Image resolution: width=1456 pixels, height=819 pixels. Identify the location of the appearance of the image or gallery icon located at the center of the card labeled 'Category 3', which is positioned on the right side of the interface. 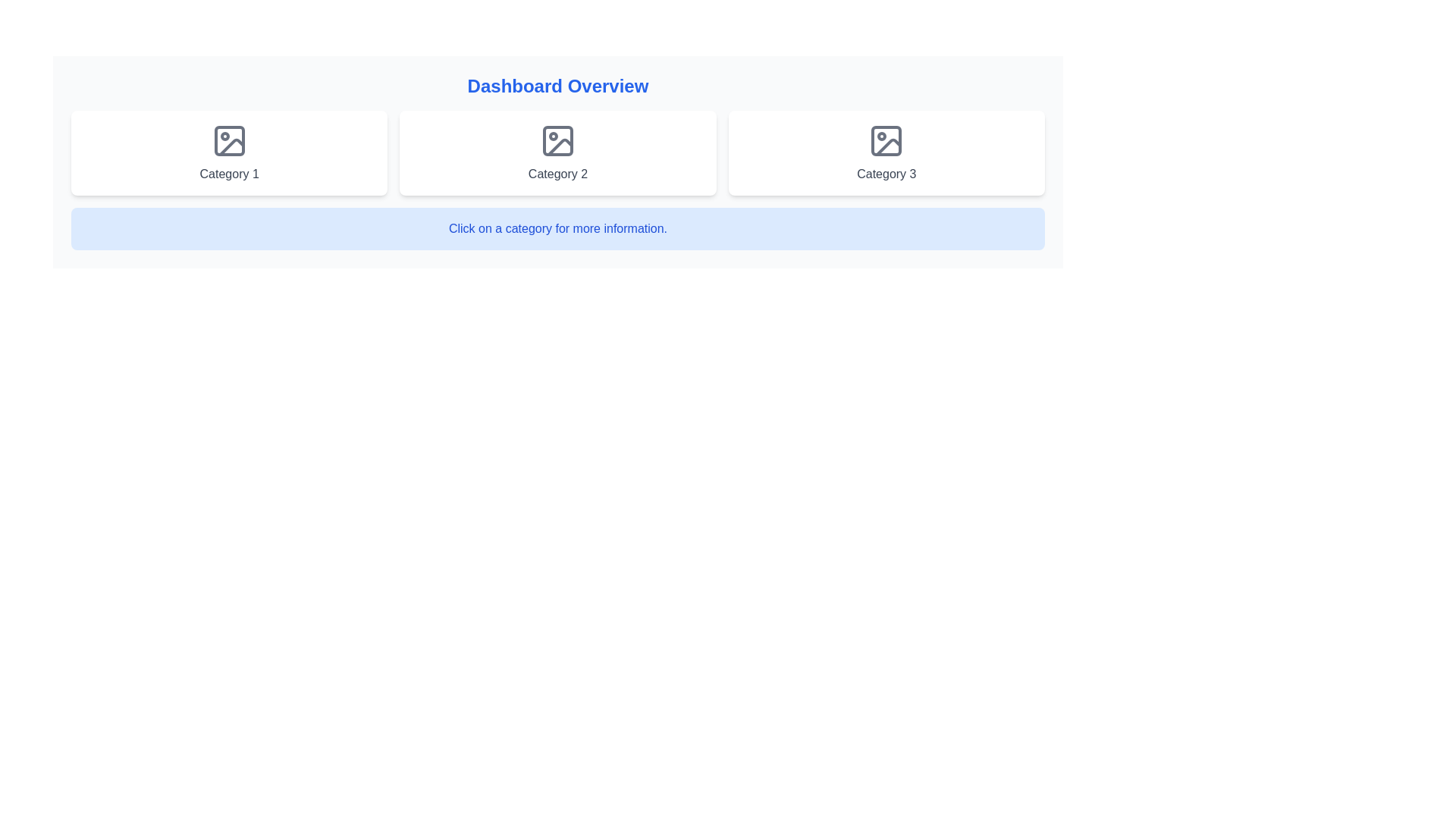
(886, 140).